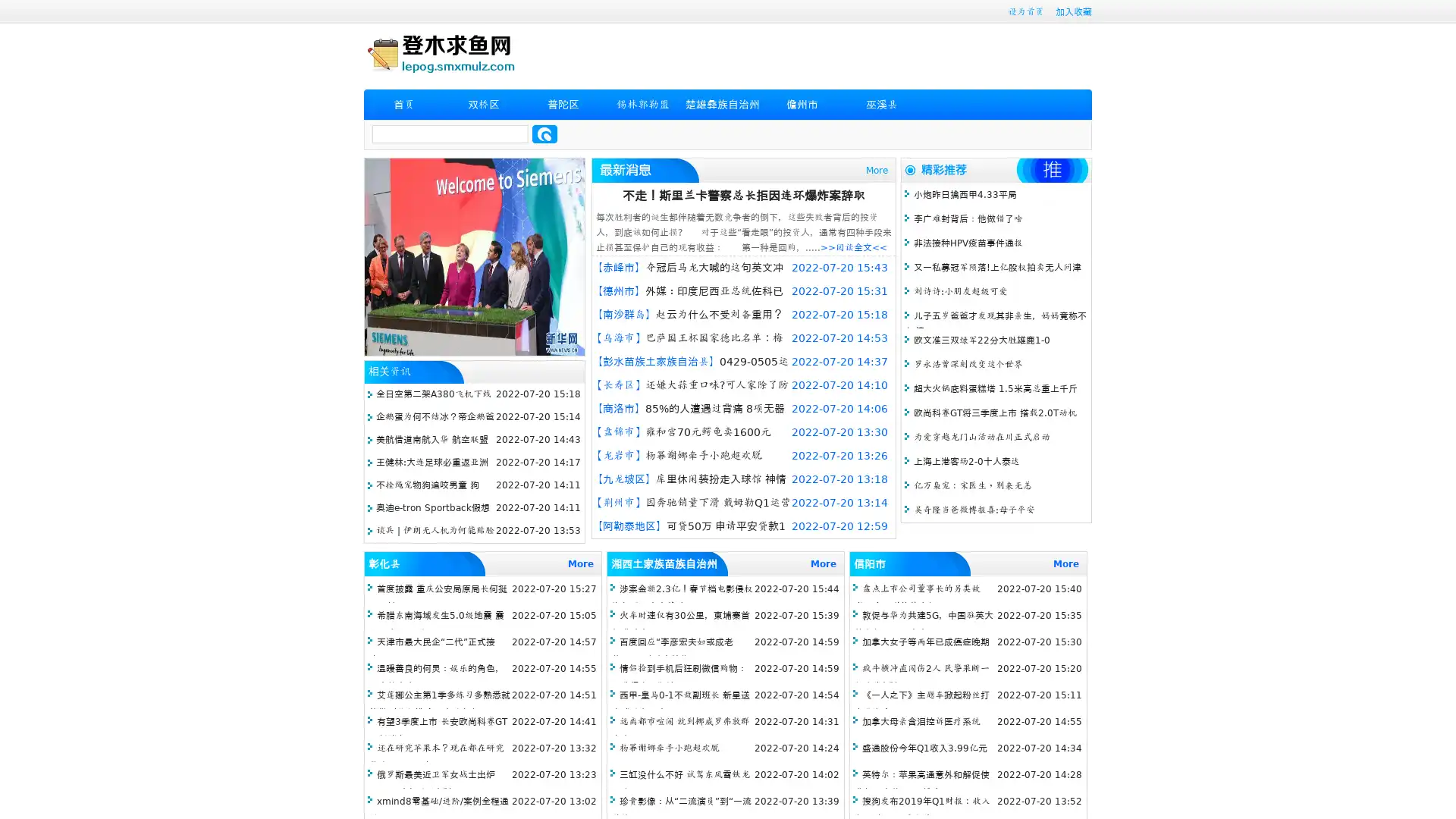  What do you see at coordinates (544, 133) in the screenshot?
I see `Search` at bounding box center [544, 133].